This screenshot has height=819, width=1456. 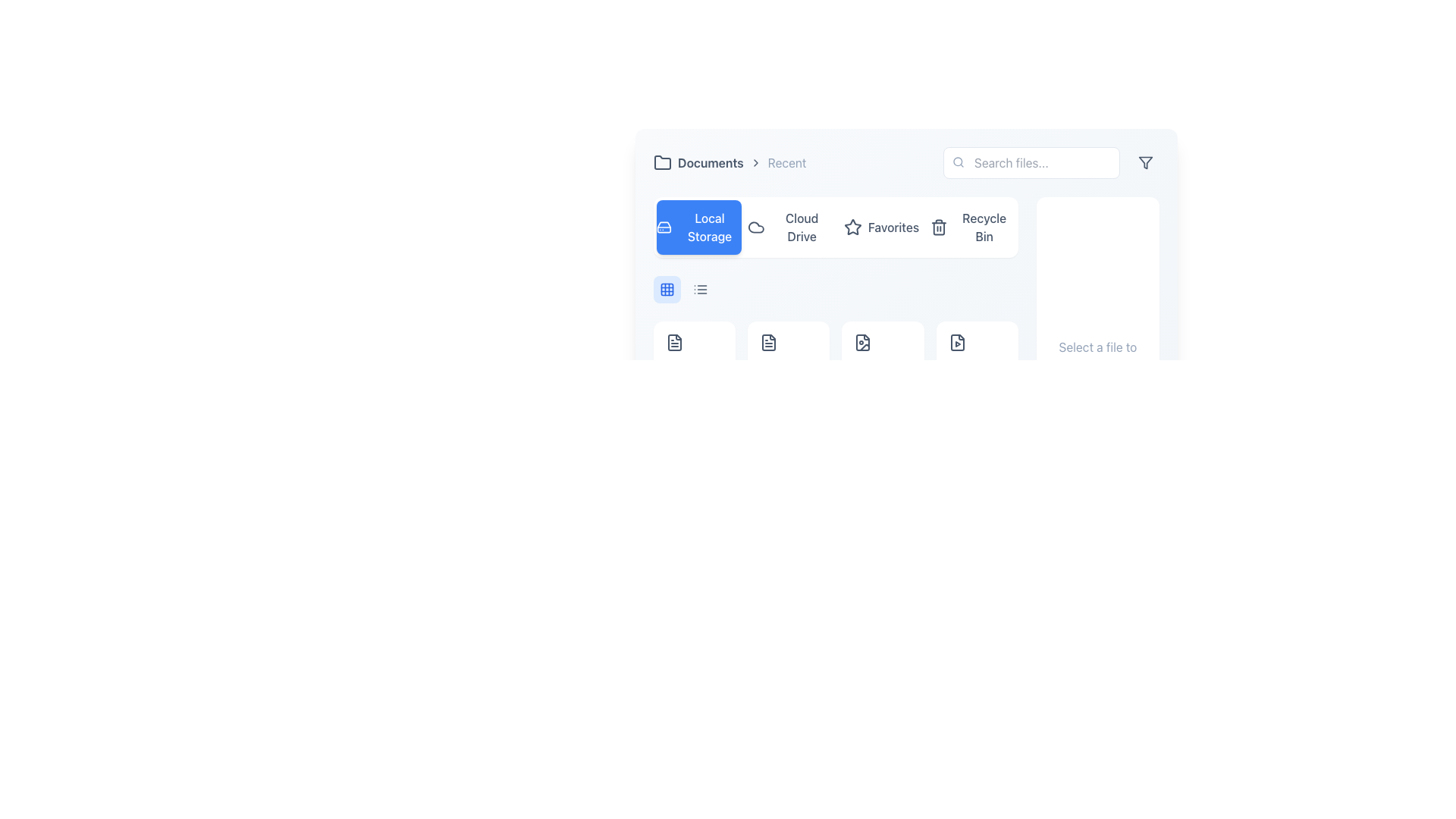 What do you see at coordinates (957, 162) in the screenshot?
I see `the decorative circle part of the search icon located at the top-right of the user interface` at bounding box center [957, 162].